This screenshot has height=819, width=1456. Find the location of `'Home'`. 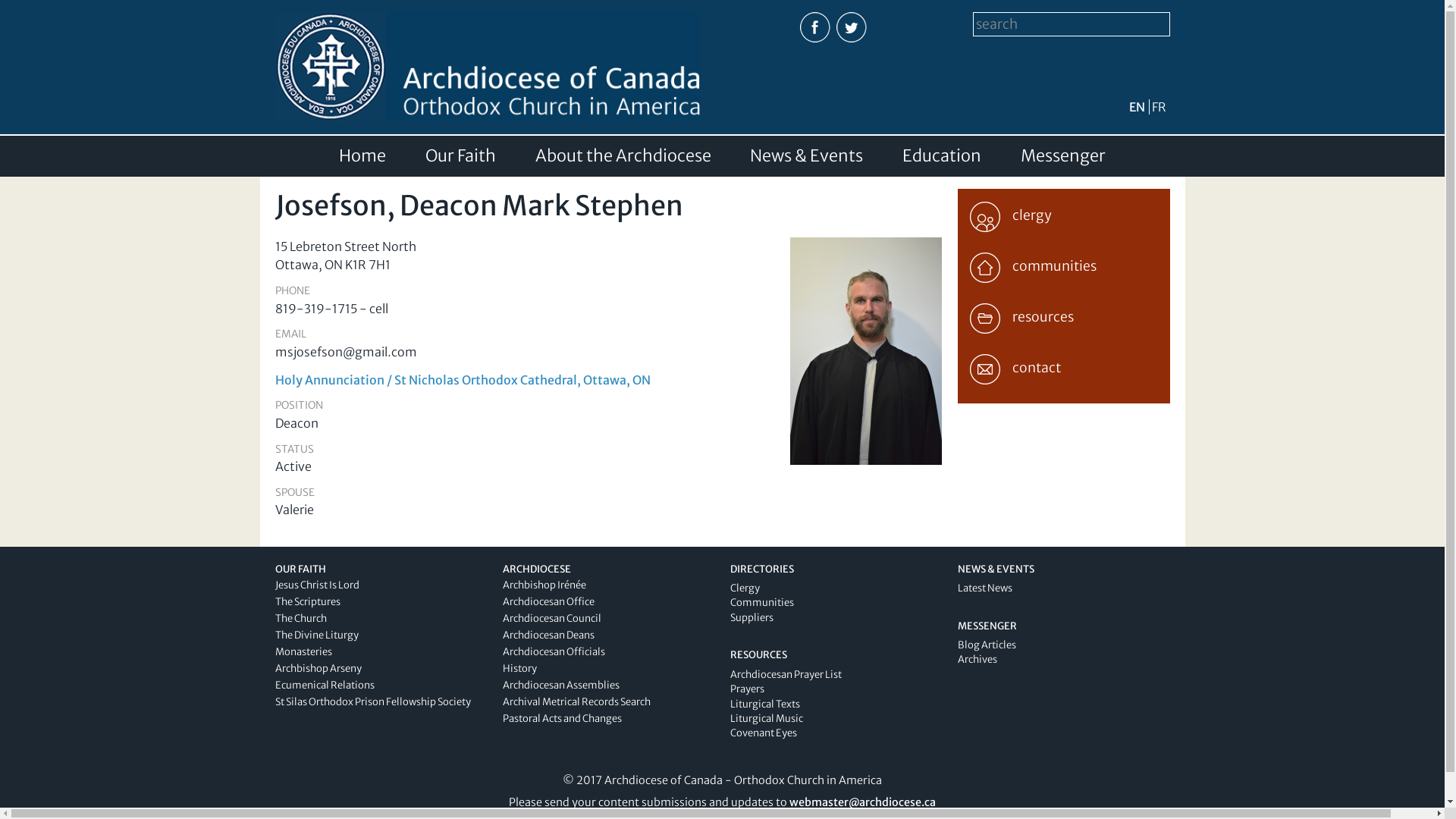

'Home' is located at coordinates (337, 155).